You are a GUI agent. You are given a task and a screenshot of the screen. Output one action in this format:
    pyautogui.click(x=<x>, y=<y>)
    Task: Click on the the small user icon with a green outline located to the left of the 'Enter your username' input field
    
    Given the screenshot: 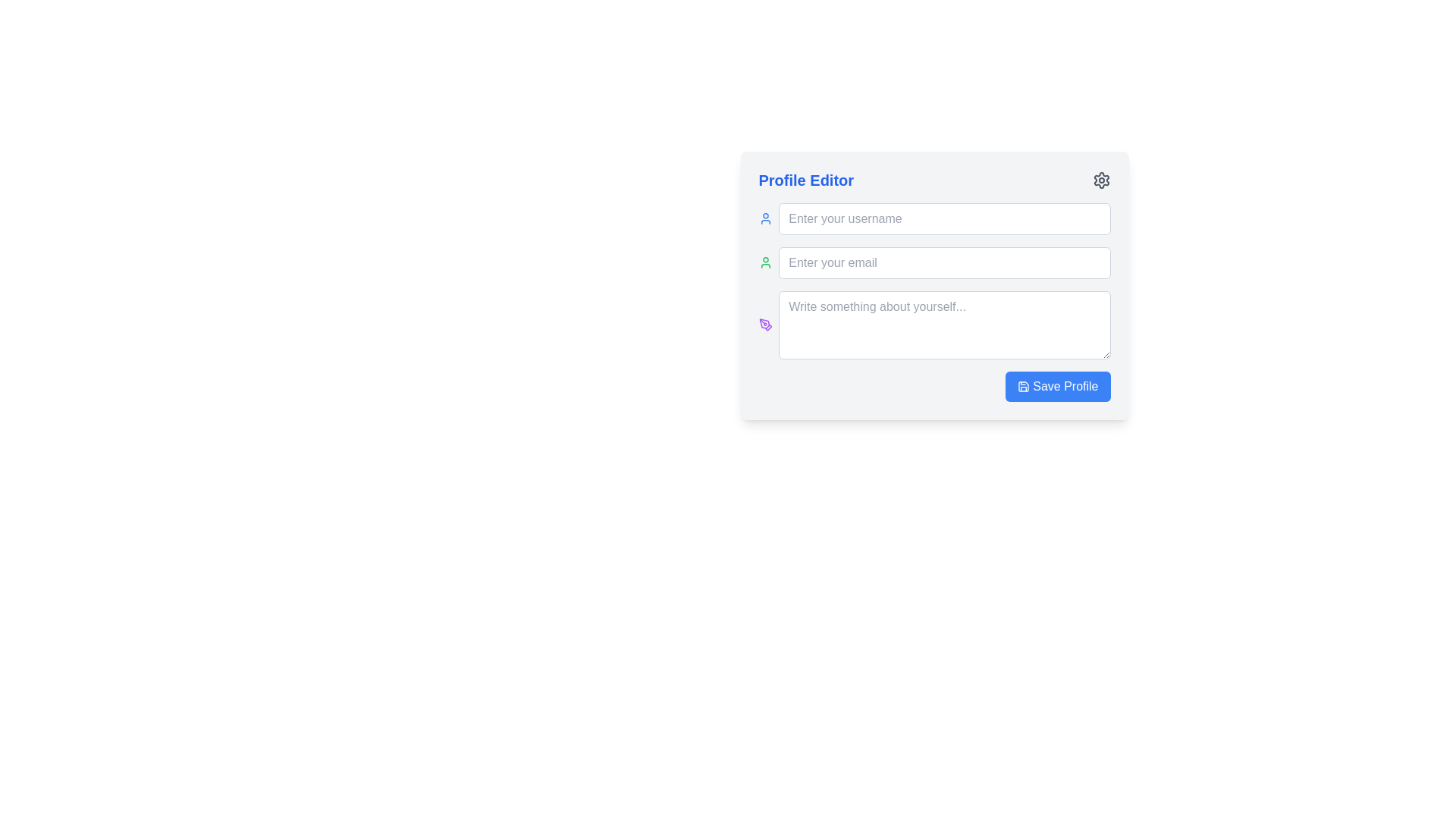 What is the action you would take?
    pyautogui.click(x=765, y=262)
    